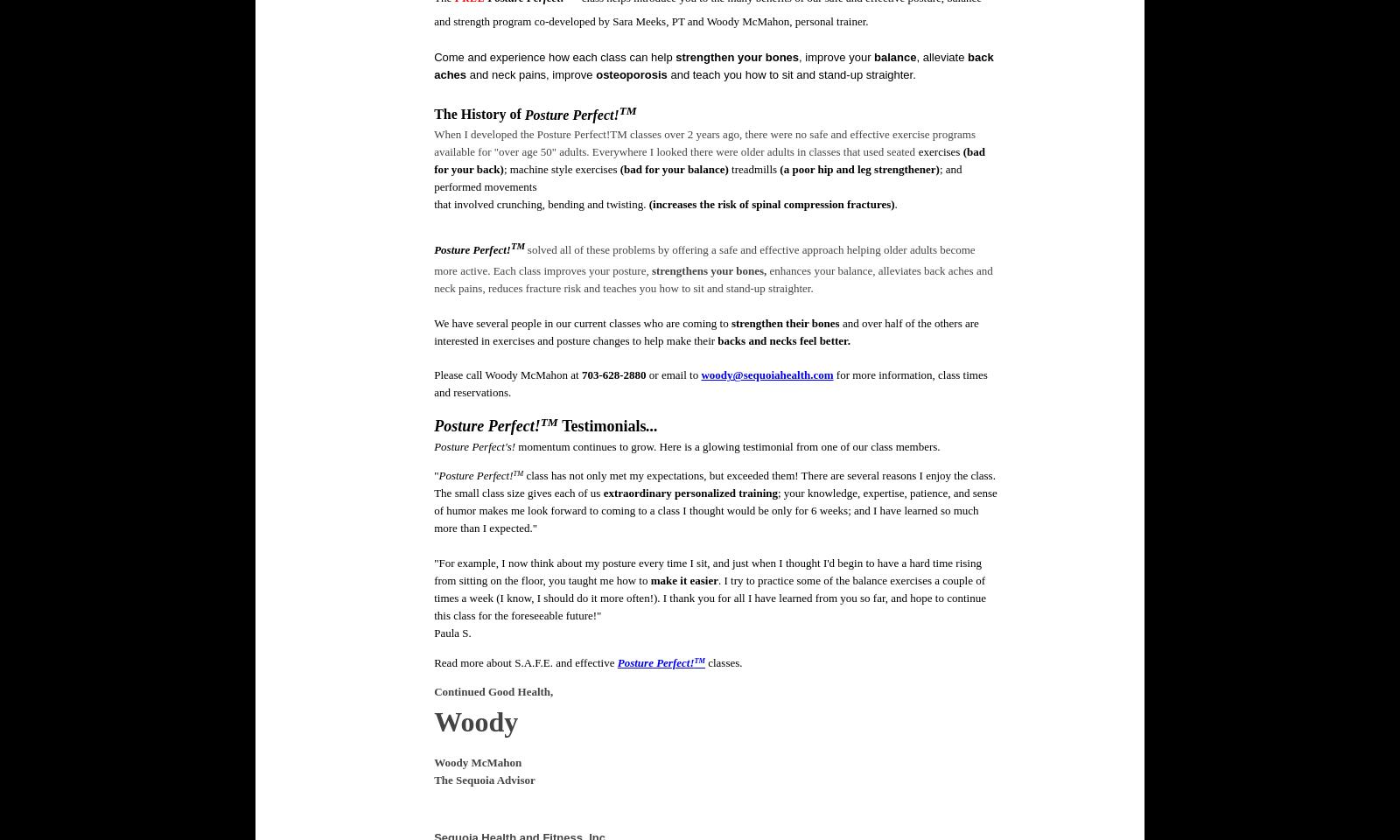 This screenshot has width=1400, height=840. I want to click on '(increases the risk of spinal compression fractures)', so click(770, 203).